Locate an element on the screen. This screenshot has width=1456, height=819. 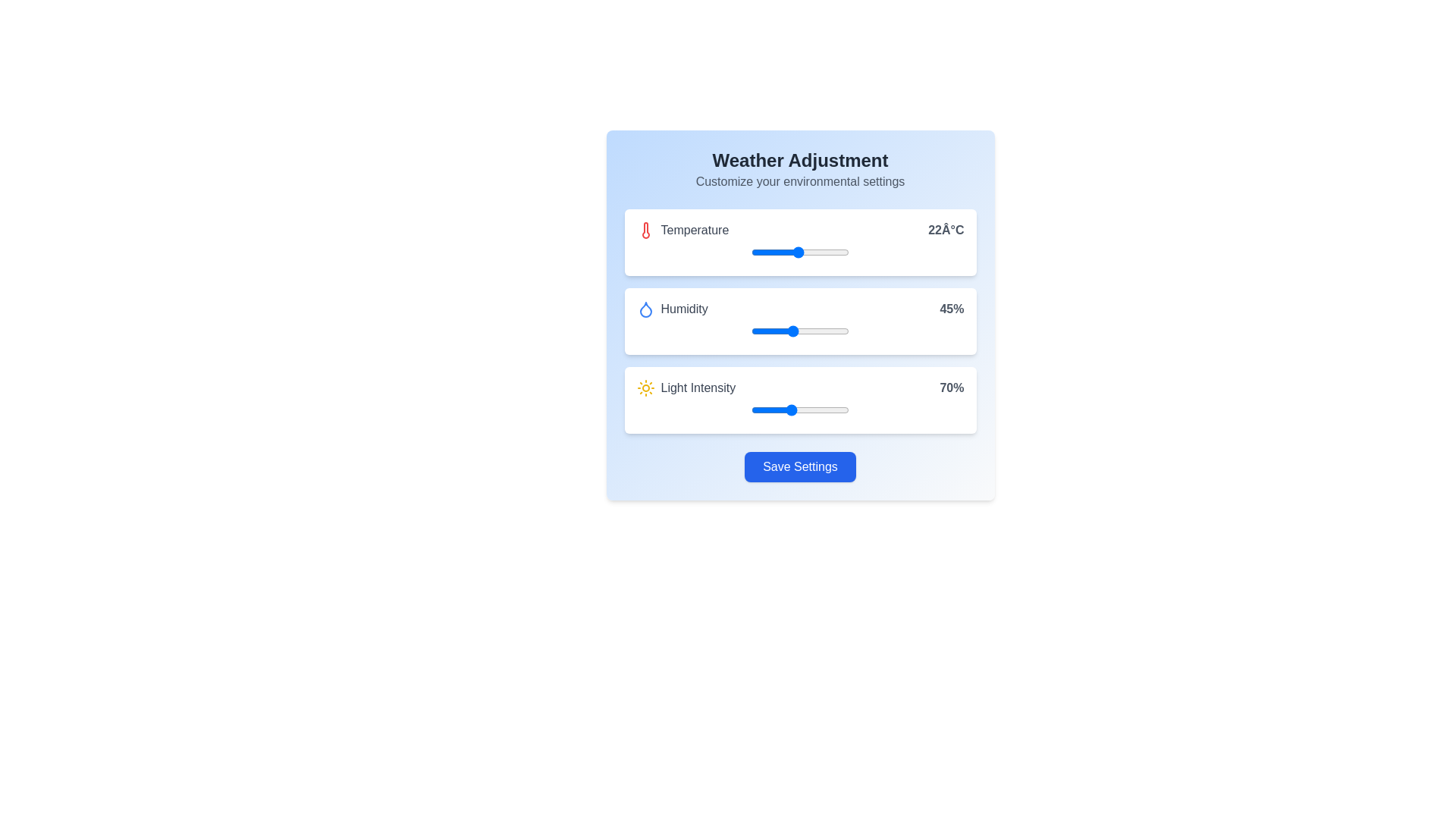
the humidity level is located at coordinates (780, 330).